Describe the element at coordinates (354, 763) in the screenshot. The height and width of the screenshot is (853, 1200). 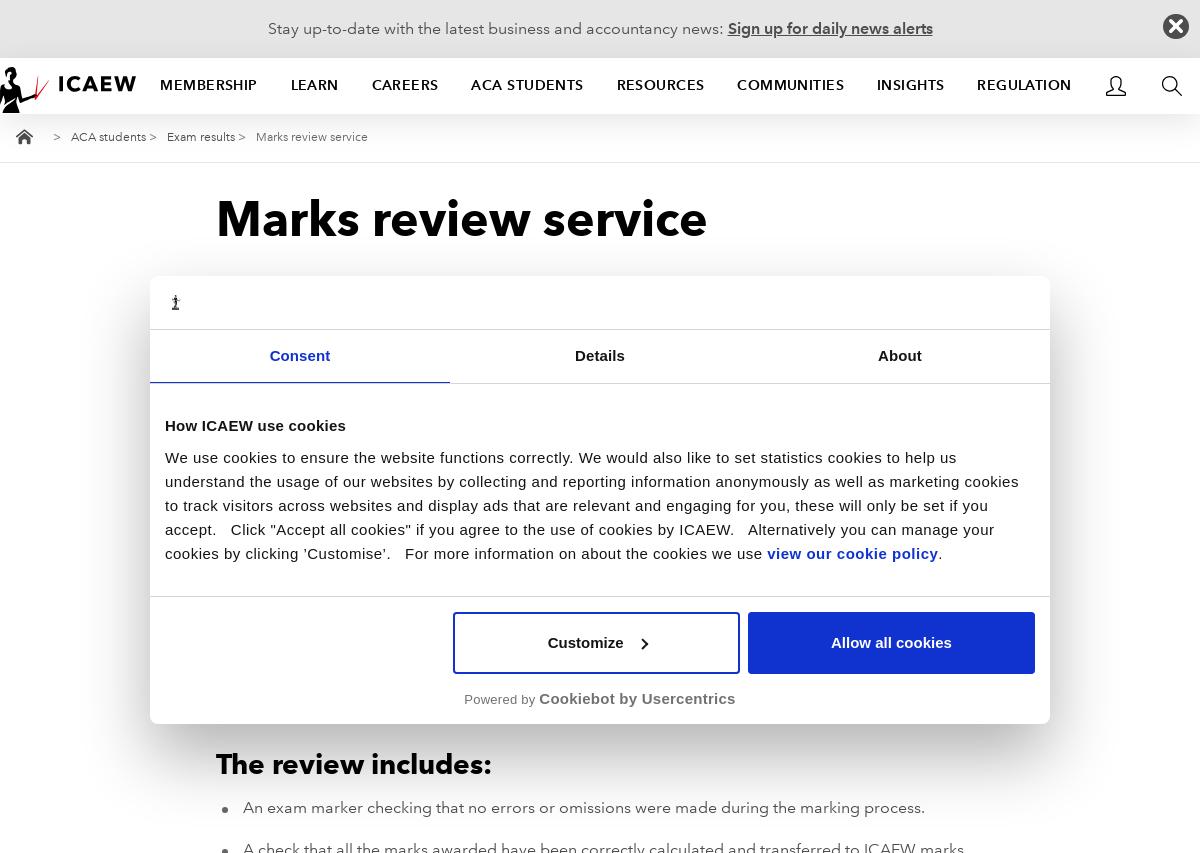
I see `'The review includes:'` at that location.